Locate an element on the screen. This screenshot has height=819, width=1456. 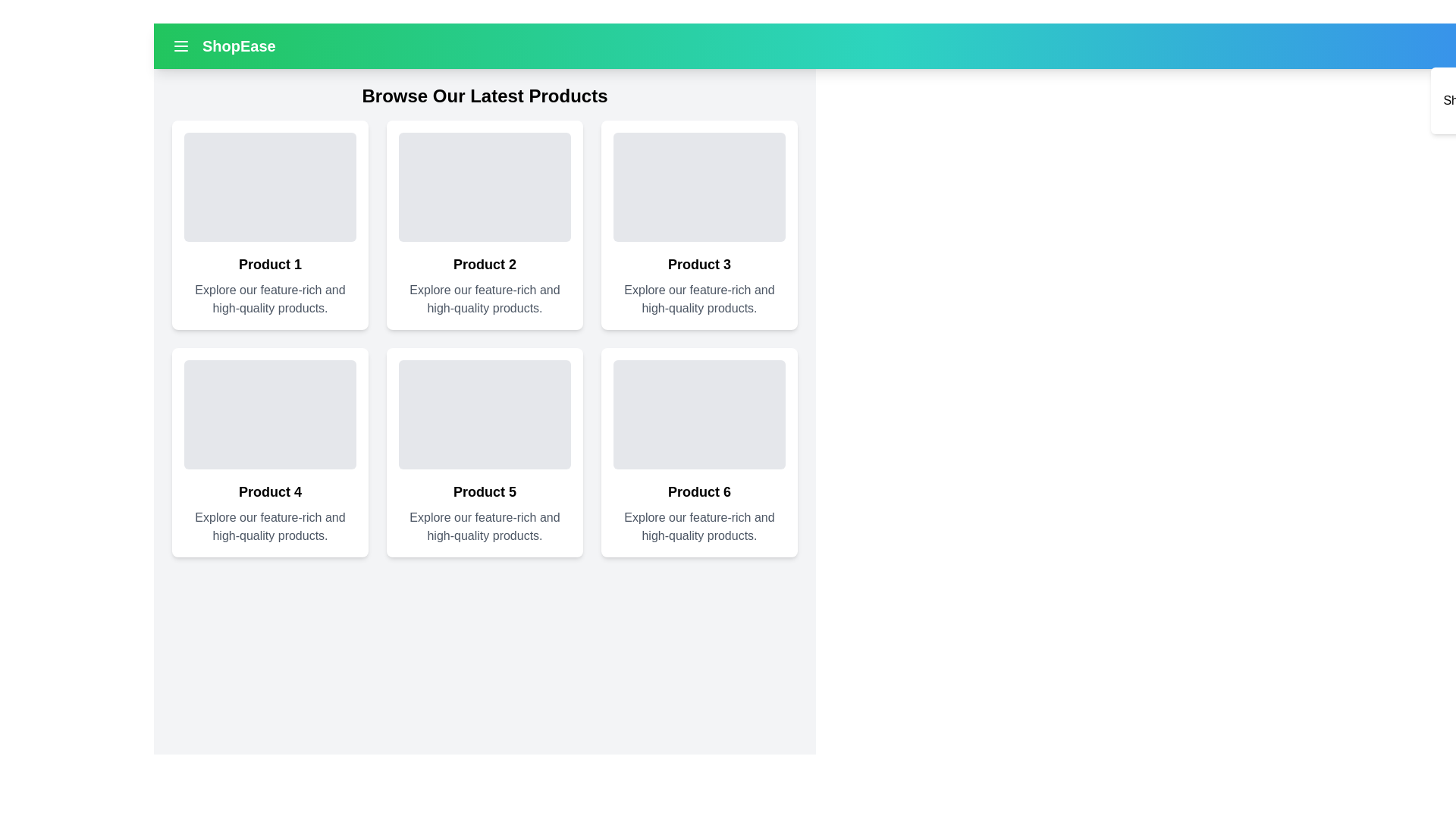
text block displaying the message 'Explore our feature-rich and high-quality products.' which is positioned below the title 'Product 4' in the bottom-center area of the fourth card is located at coordinates (270, 526).